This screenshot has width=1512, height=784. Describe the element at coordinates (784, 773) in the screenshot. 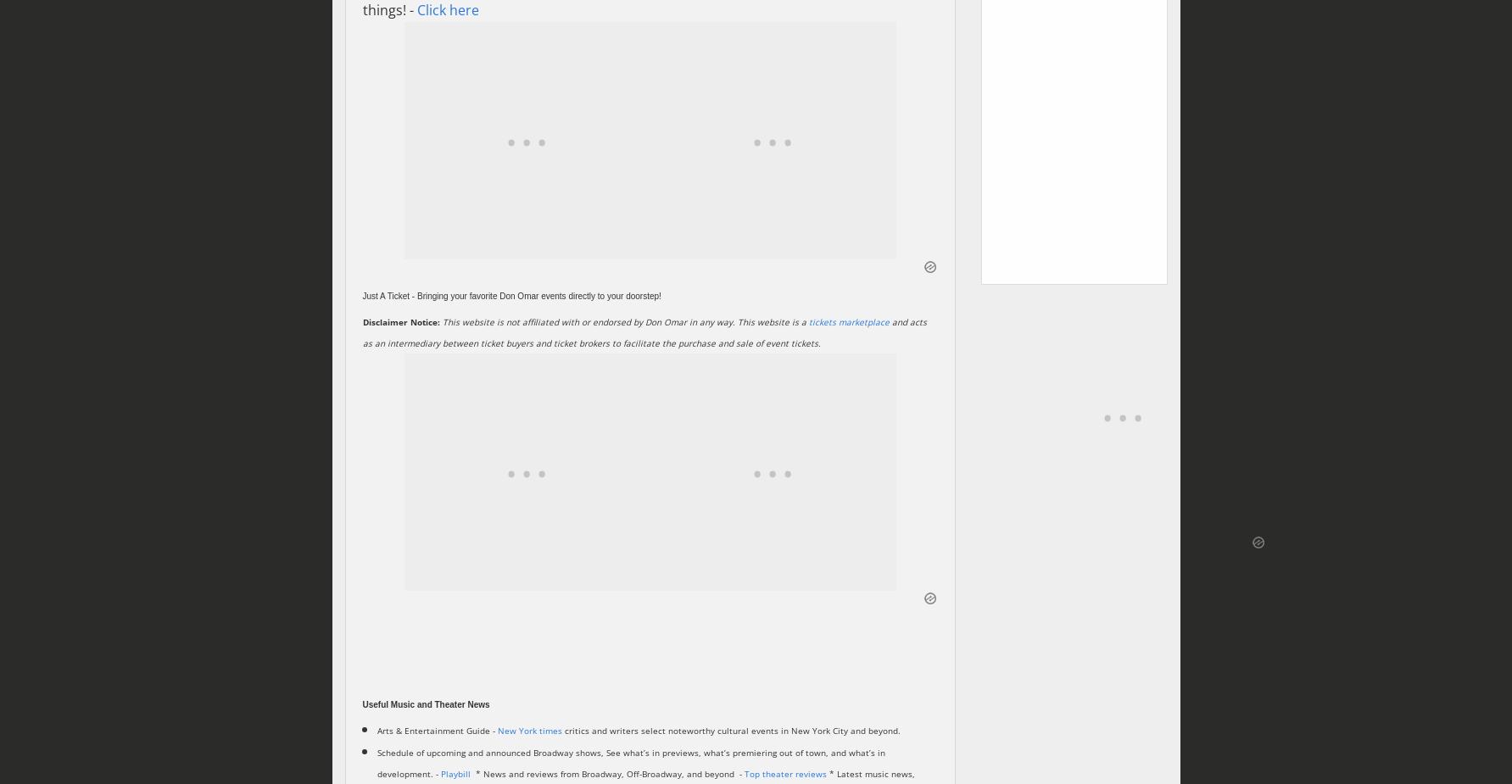

I see `'Top theater reviews'` at that location.